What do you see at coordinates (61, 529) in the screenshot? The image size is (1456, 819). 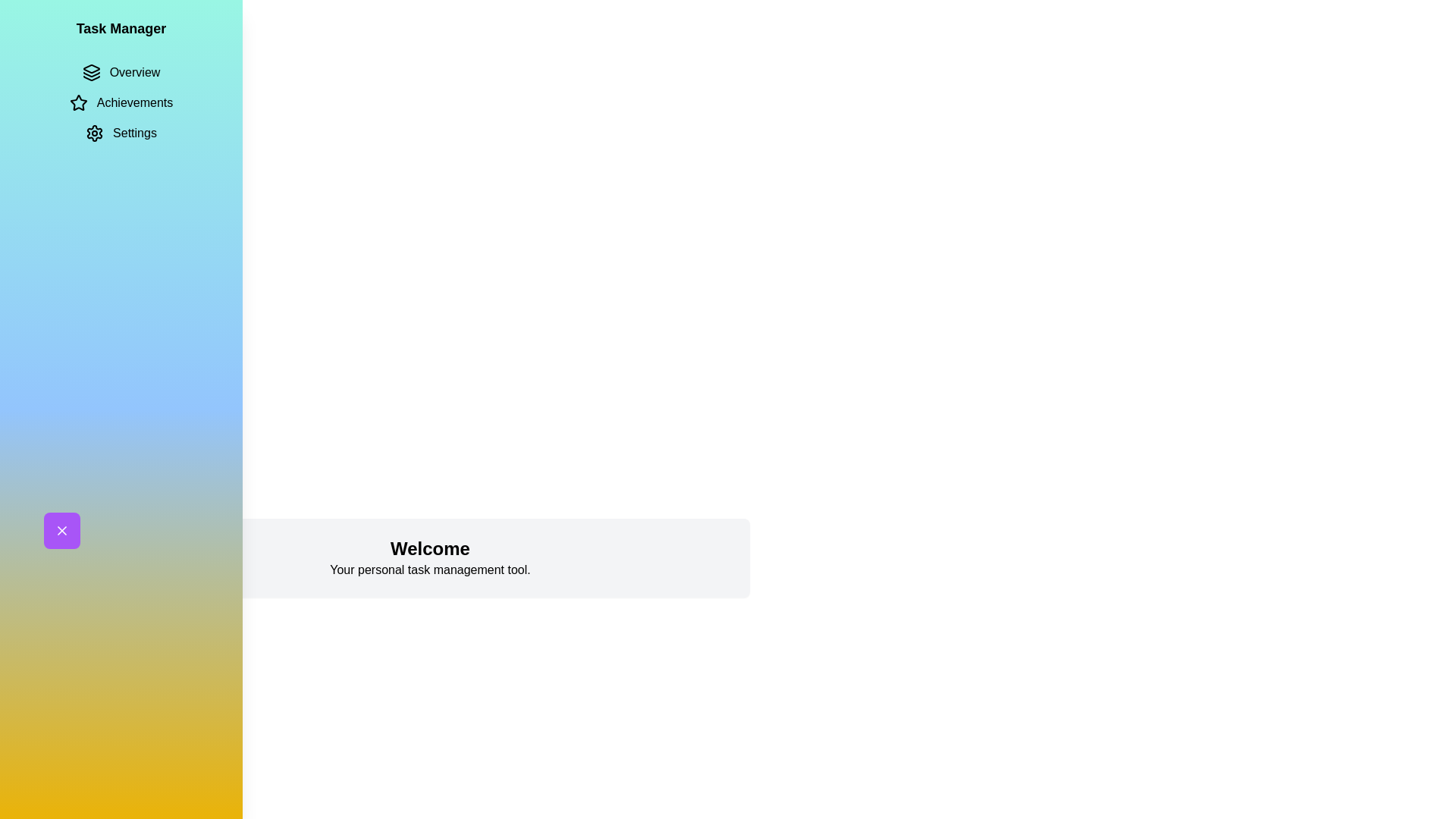 I see `the 'close' or 'dismiss' icon located at the bottom-left corner of the sidebar` at bounding box center [61, 529].